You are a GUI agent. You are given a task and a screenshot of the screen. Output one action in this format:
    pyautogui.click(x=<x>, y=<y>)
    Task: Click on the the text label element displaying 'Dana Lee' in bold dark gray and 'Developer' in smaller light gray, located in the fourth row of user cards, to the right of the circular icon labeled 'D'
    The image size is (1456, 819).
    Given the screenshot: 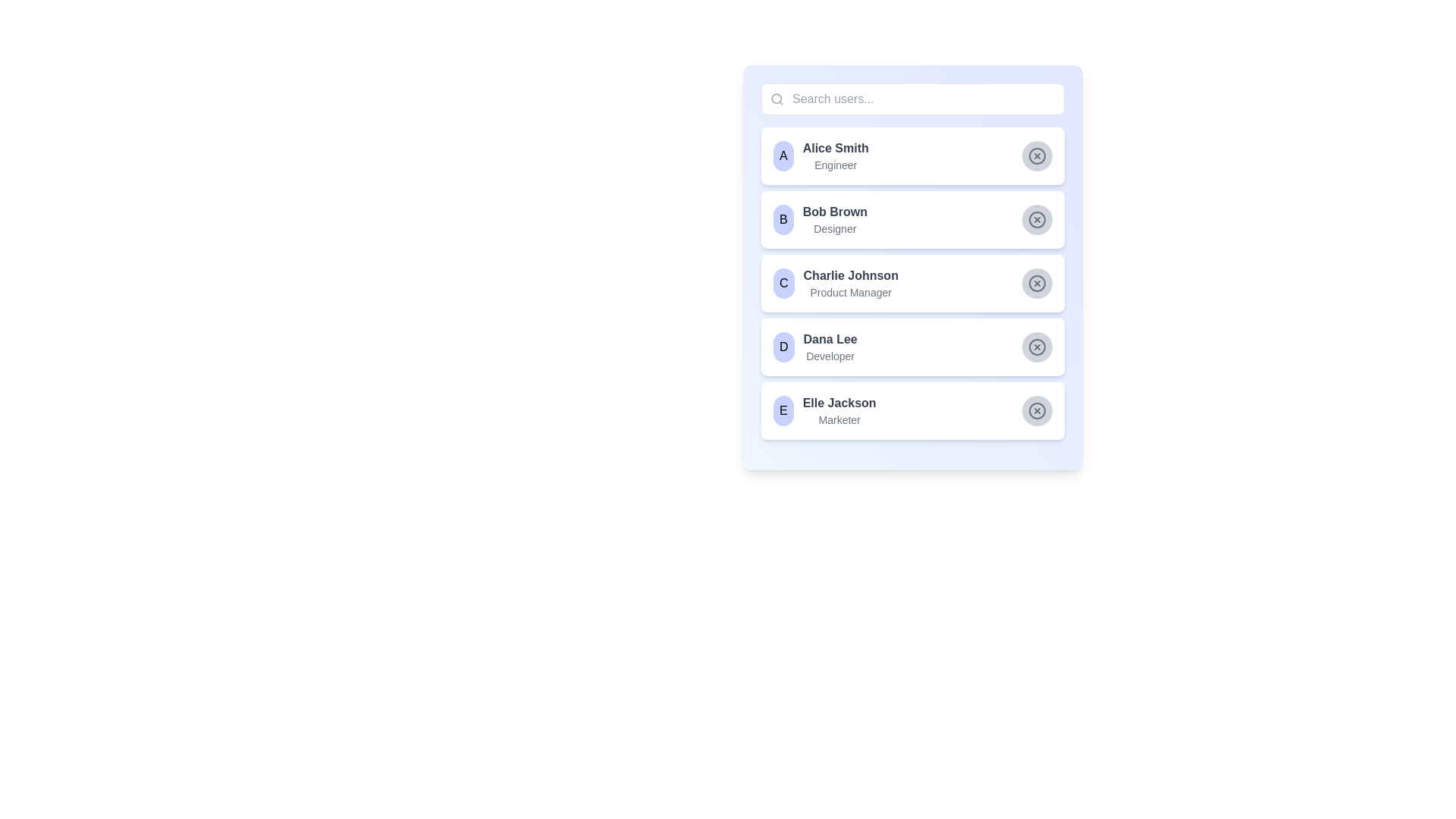 What is the action you would take?
    pyautogui.click(x=830, y=347)
    